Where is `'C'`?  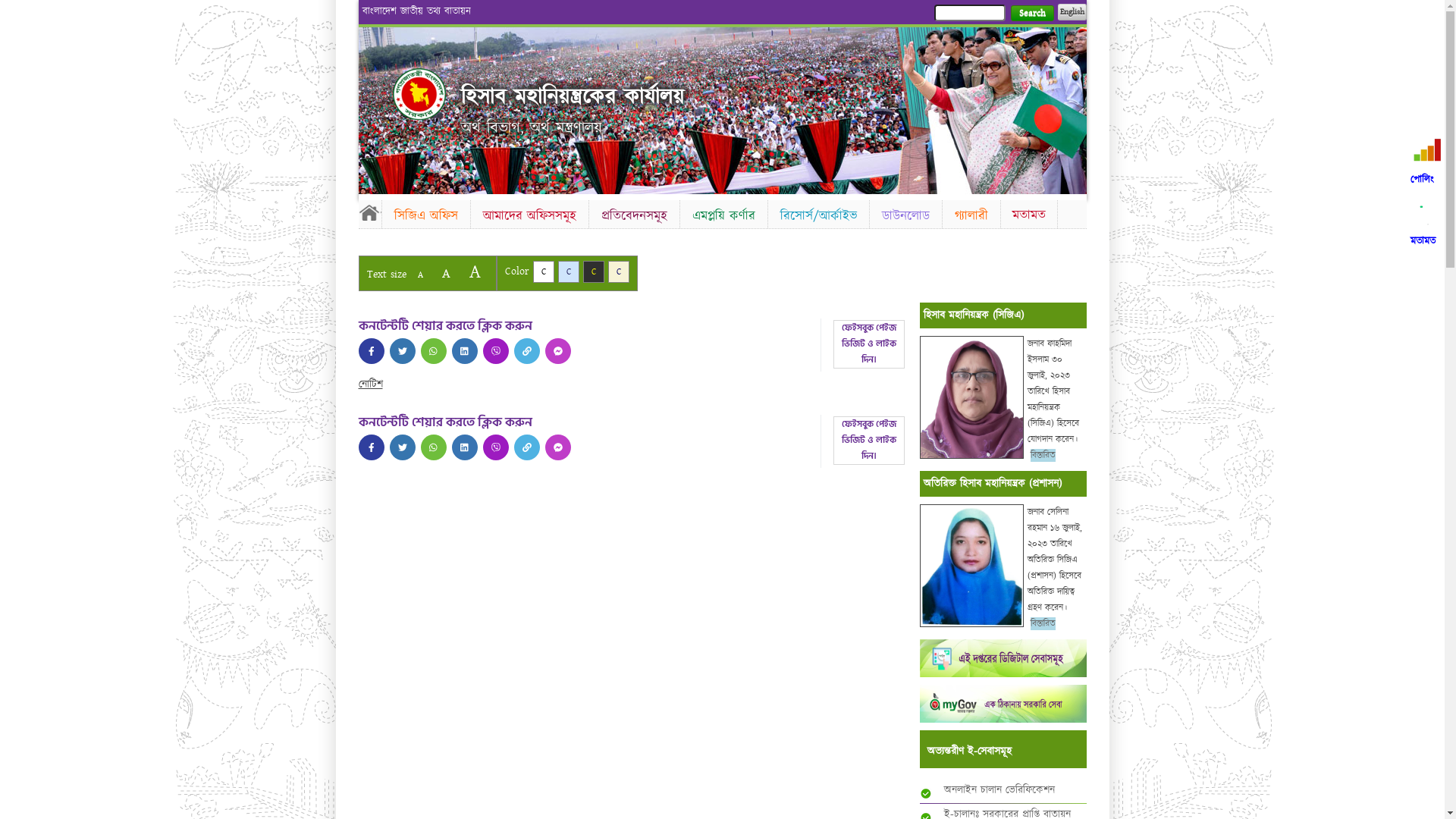 'C' is located at coordinates (557, 271).